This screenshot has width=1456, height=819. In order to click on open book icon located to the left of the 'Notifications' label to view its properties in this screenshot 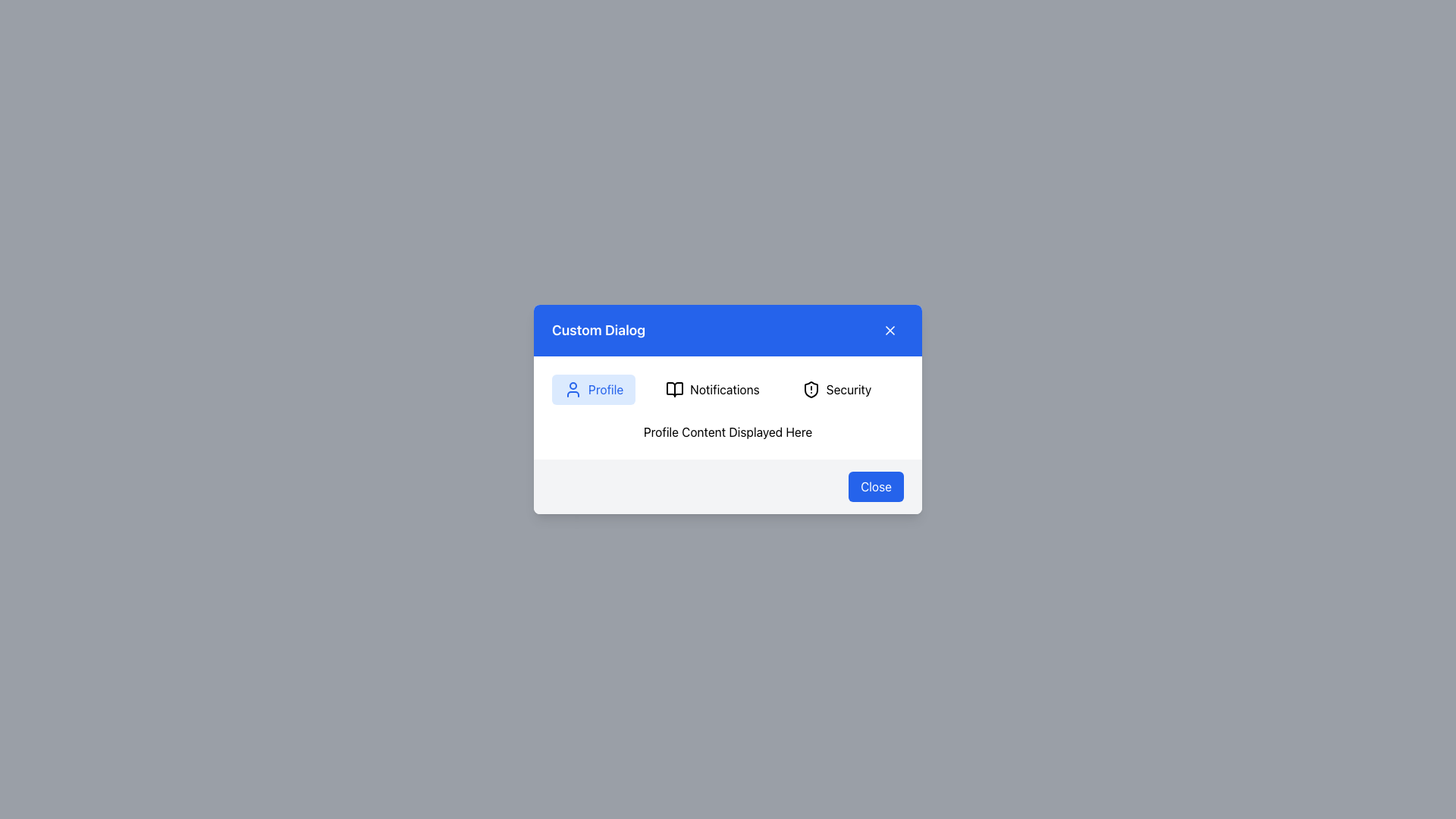, I will do `click(674, 388)`.